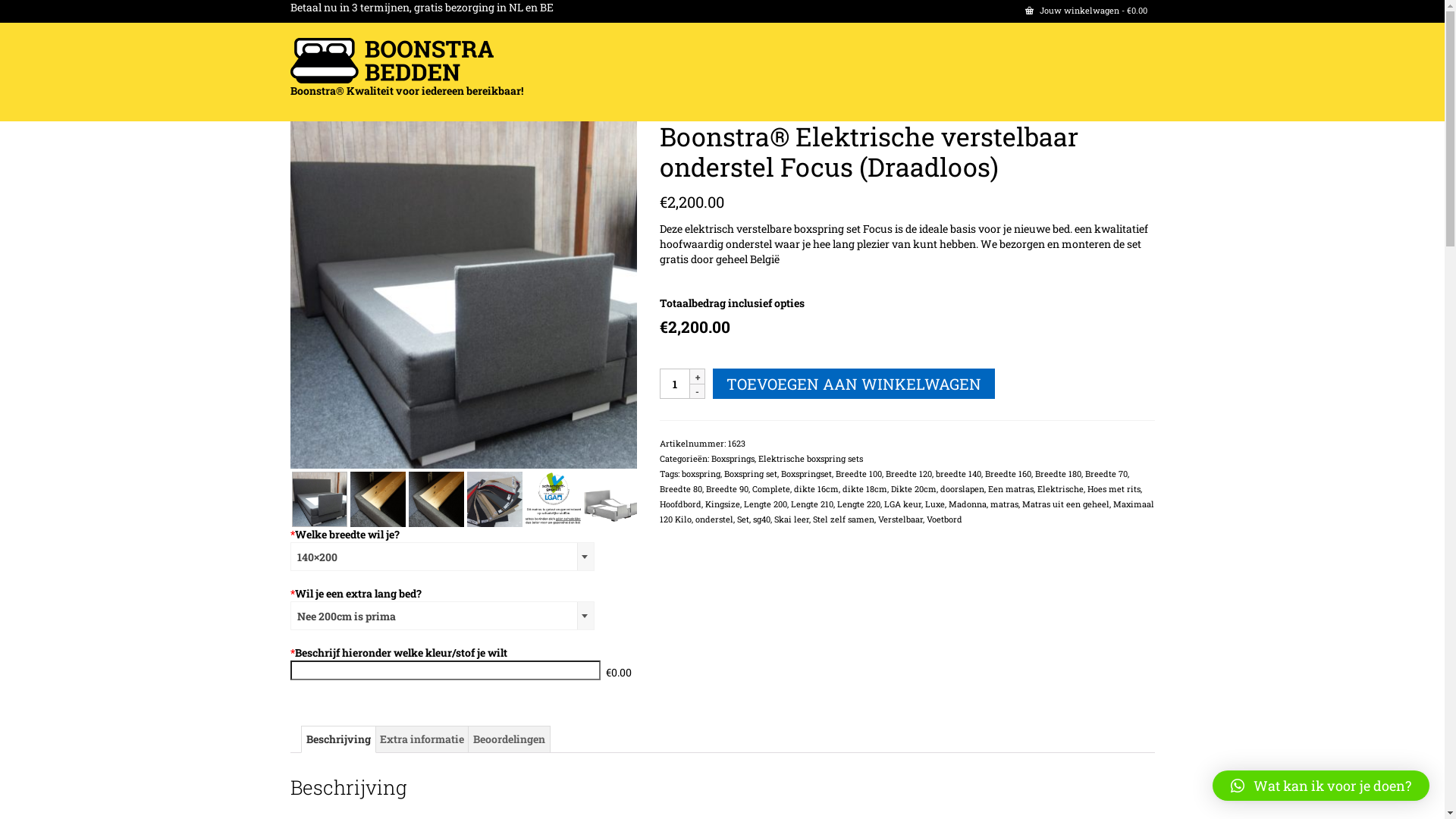 This screenshot has width=1456, height=819. I want to click on 'Matras uit een geheel', so click(1022, 504).